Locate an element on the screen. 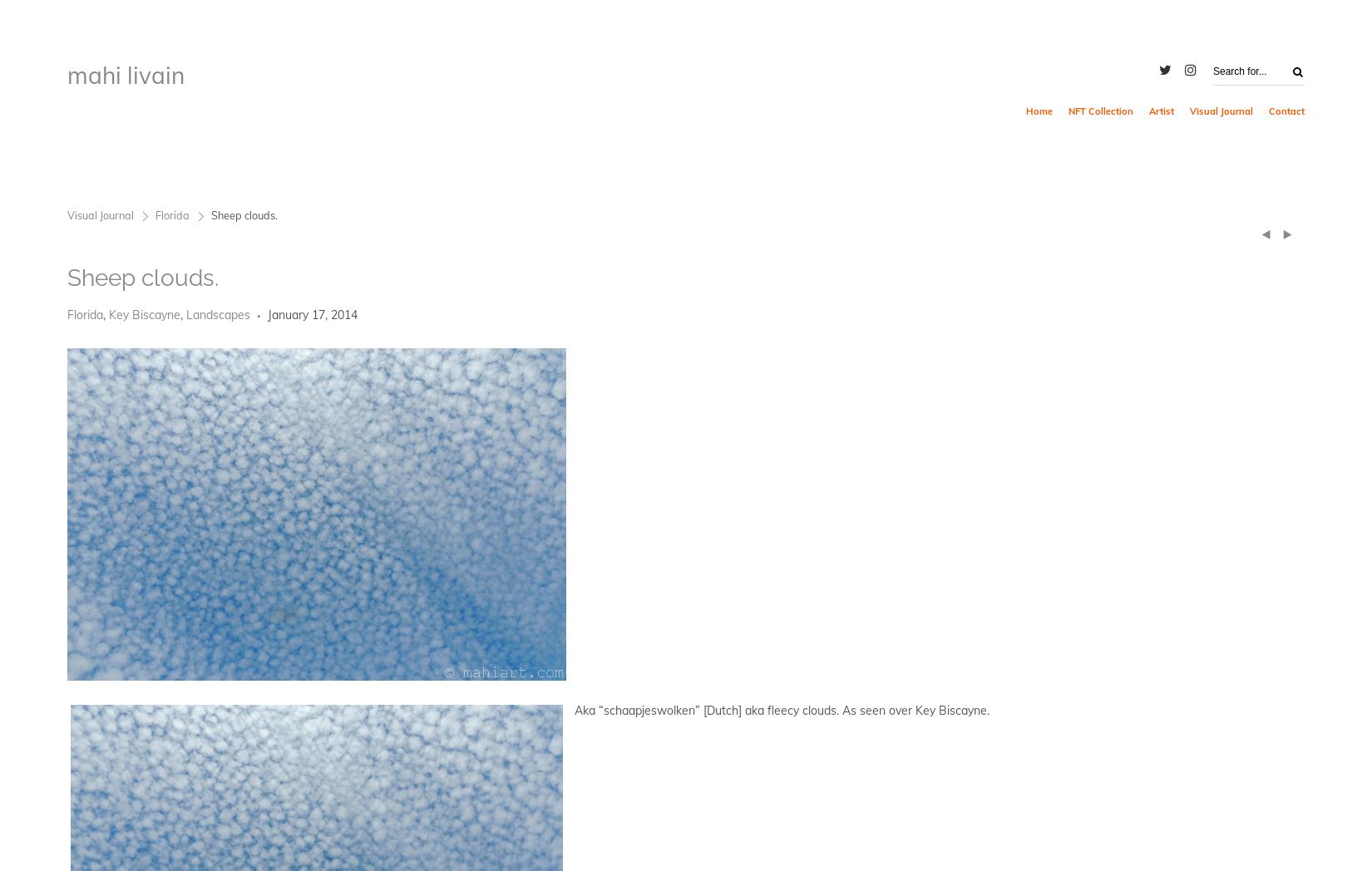  'NFT Collection' is located at coordinates (1099, 111).